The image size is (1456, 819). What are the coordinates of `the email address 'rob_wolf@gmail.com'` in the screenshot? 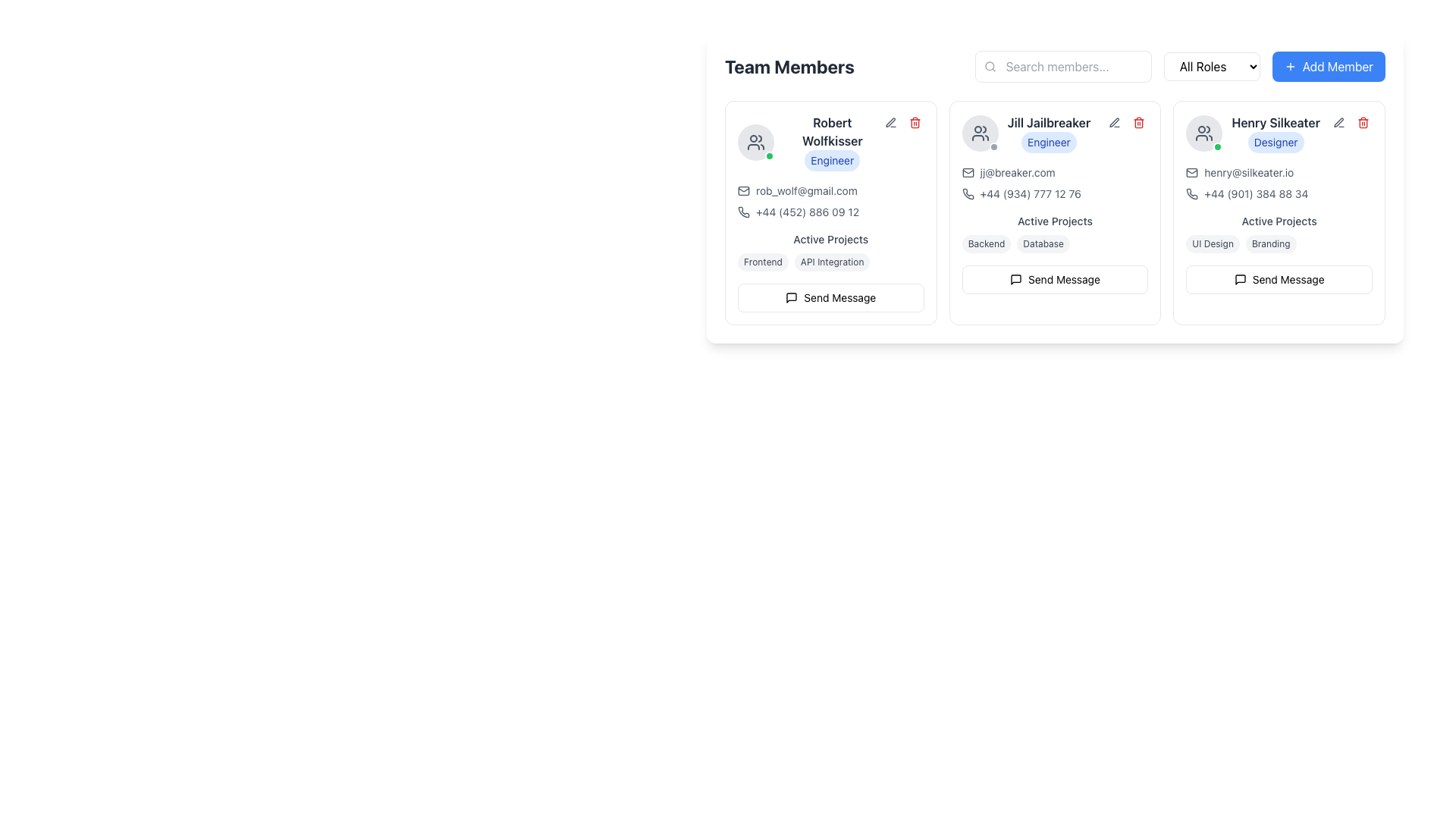 It's located at (805, 190).